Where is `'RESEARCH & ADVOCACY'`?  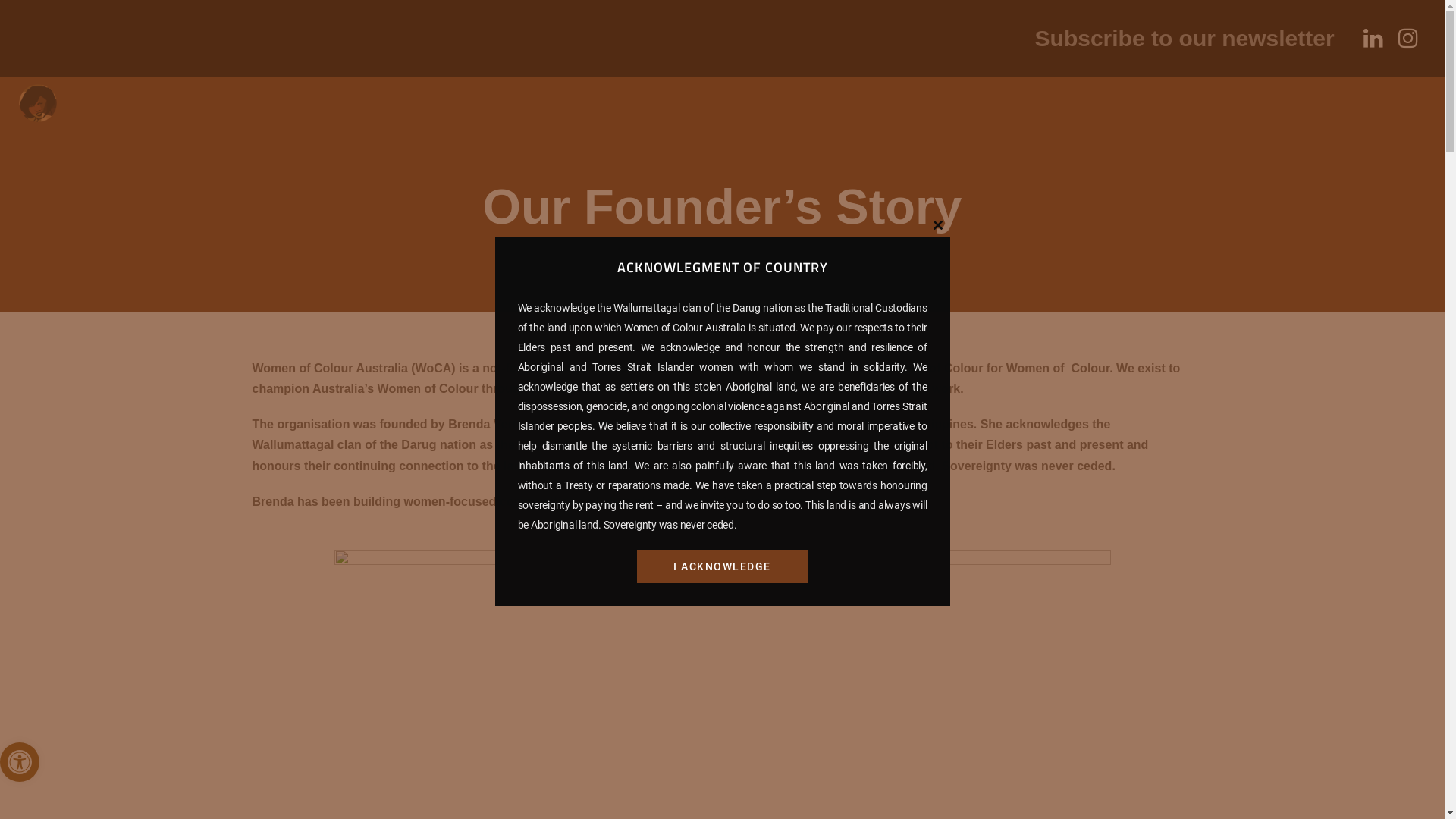 'RESEARCH & ADVOCACY' is located at coordinates (567, 112).